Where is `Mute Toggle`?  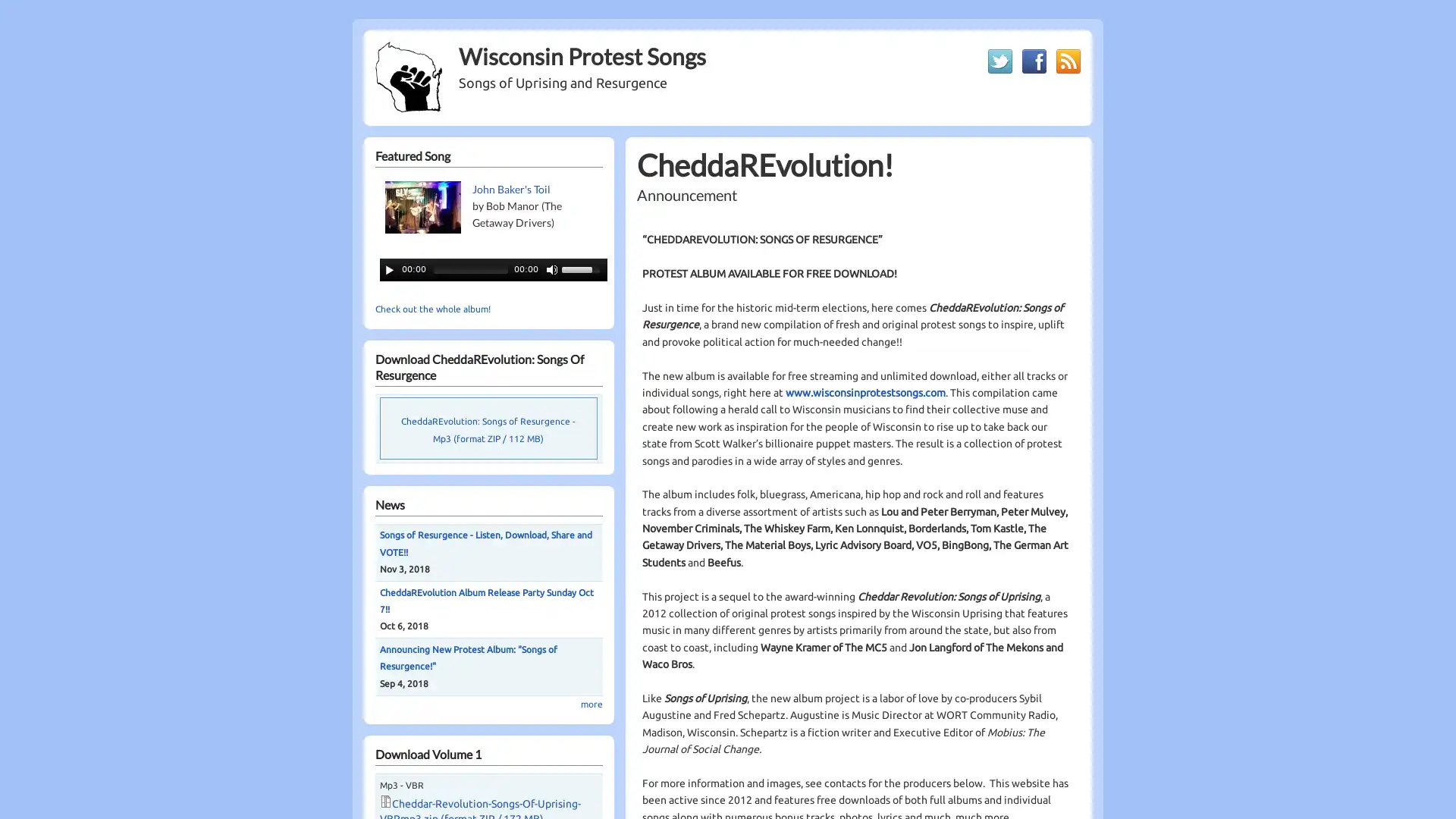 Mute Toggle is located at coordinates (551, 268).